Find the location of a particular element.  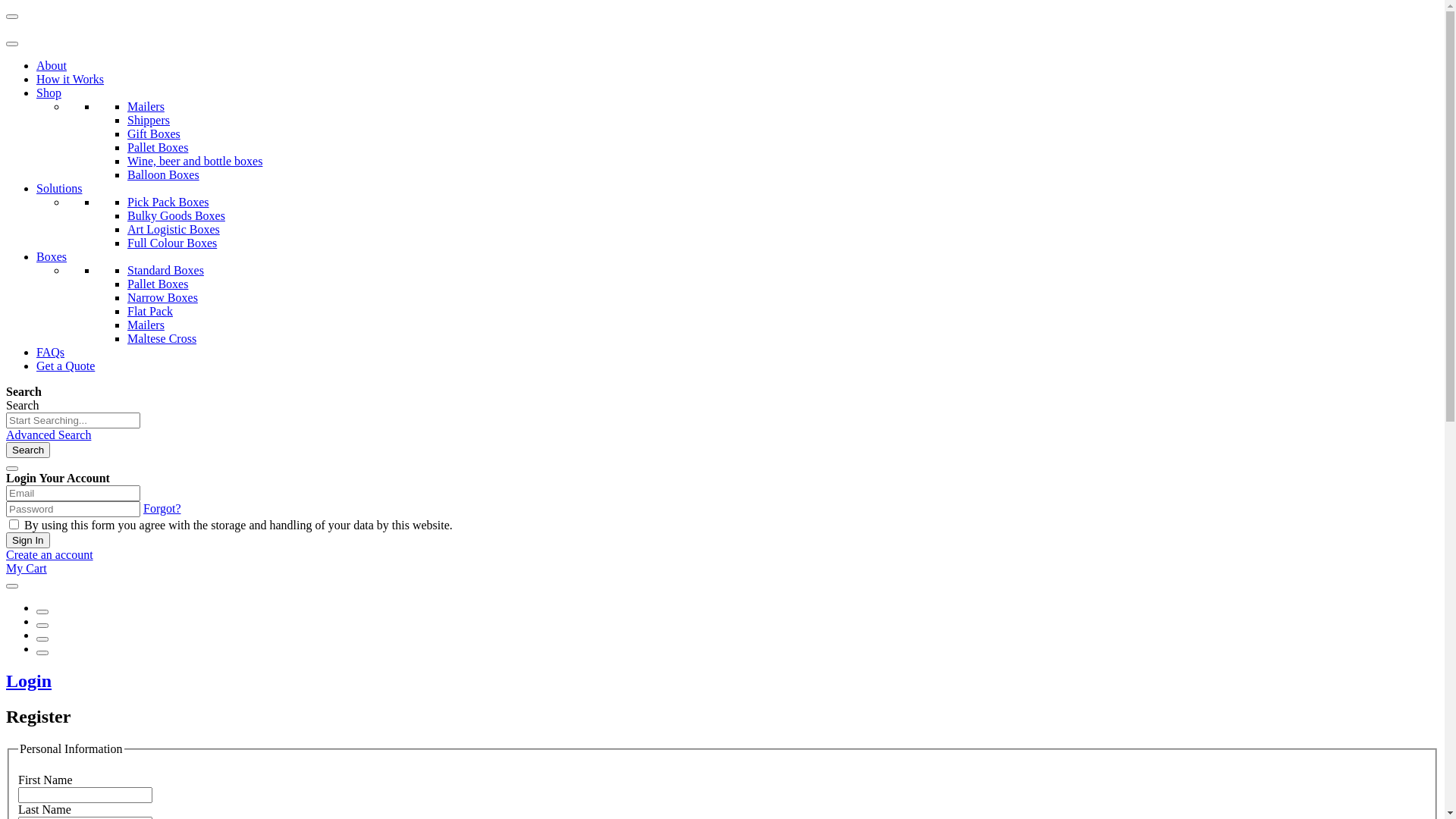

'Pallet Boxes' is located at coordinates (127, 284).